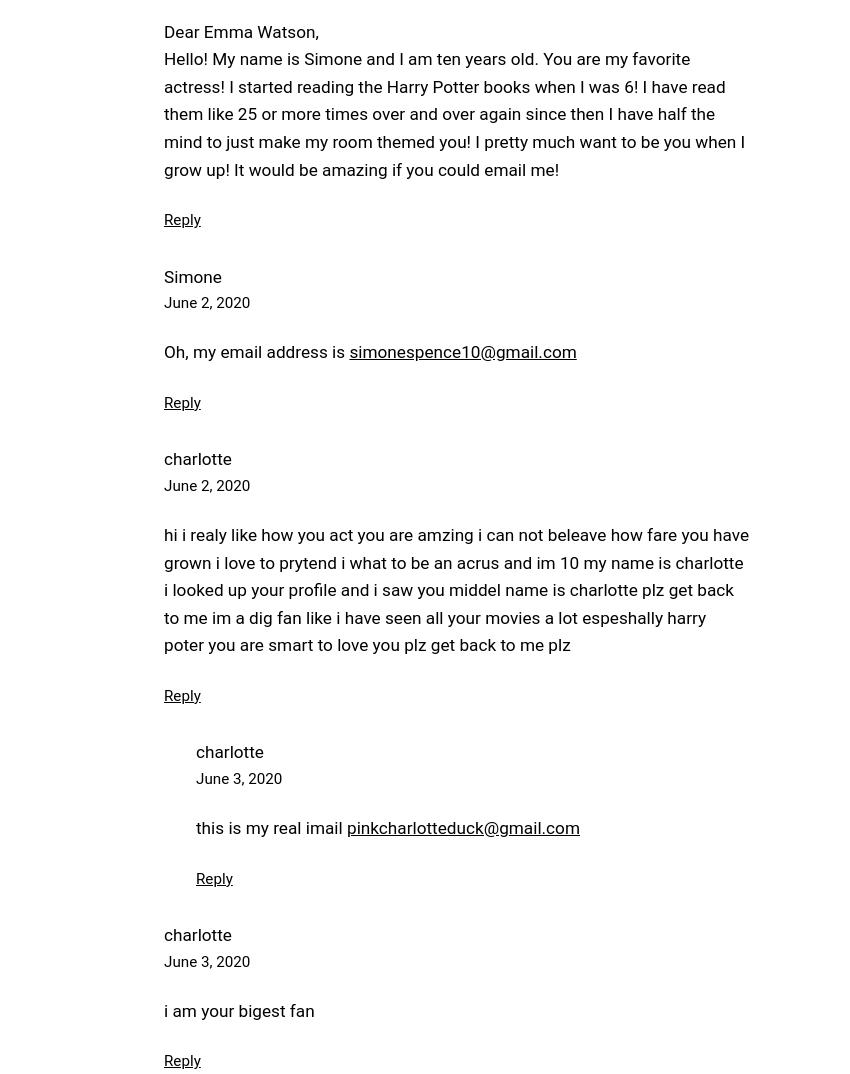 The width and height of the screenshot is (850, 1074). What do you see at coordinates (461, 827) in the screenshot?
I see `'pinkcharlotteduck@gmail.com'` at bounding box center [461, 827].